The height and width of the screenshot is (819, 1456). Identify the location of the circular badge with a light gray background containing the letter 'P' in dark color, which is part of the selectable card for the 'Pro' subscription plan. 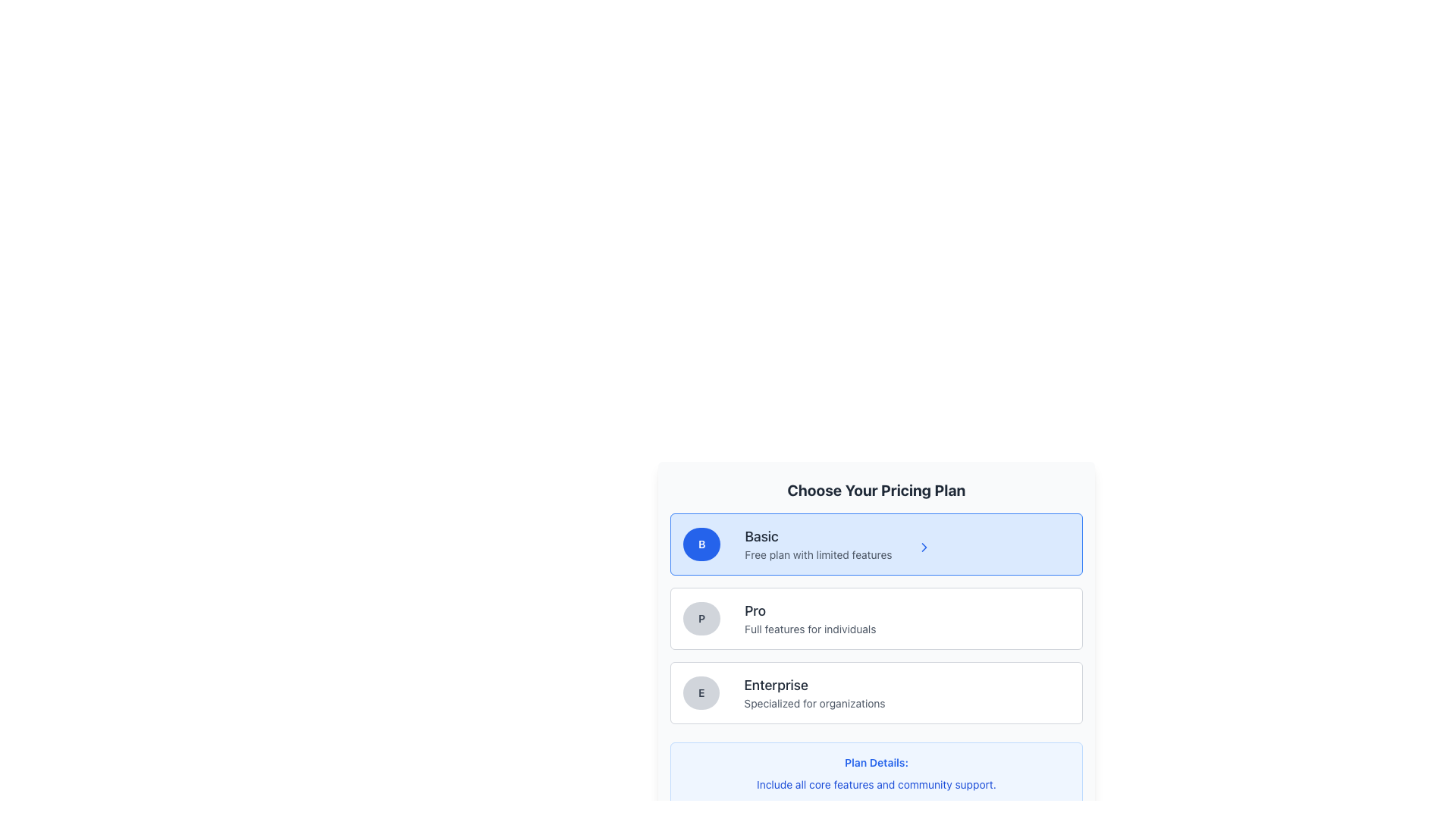
(701, 619).